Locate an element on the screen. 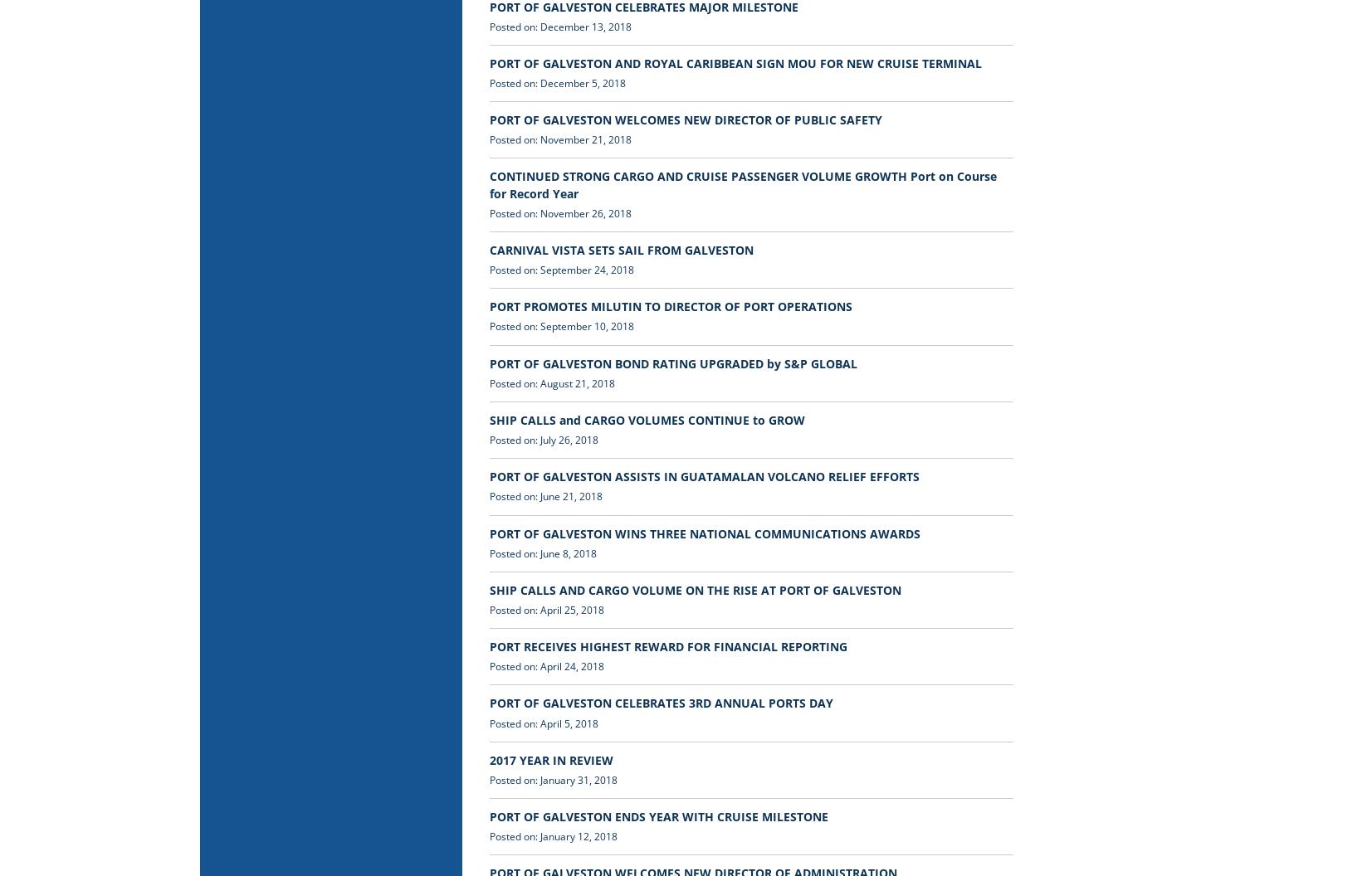 This screenshot has height=876, width=1372. 'PORT OF GALVESTON ENDS YEAR WITH CRUISE MILESTONE' is located at coordinates (657, 816).